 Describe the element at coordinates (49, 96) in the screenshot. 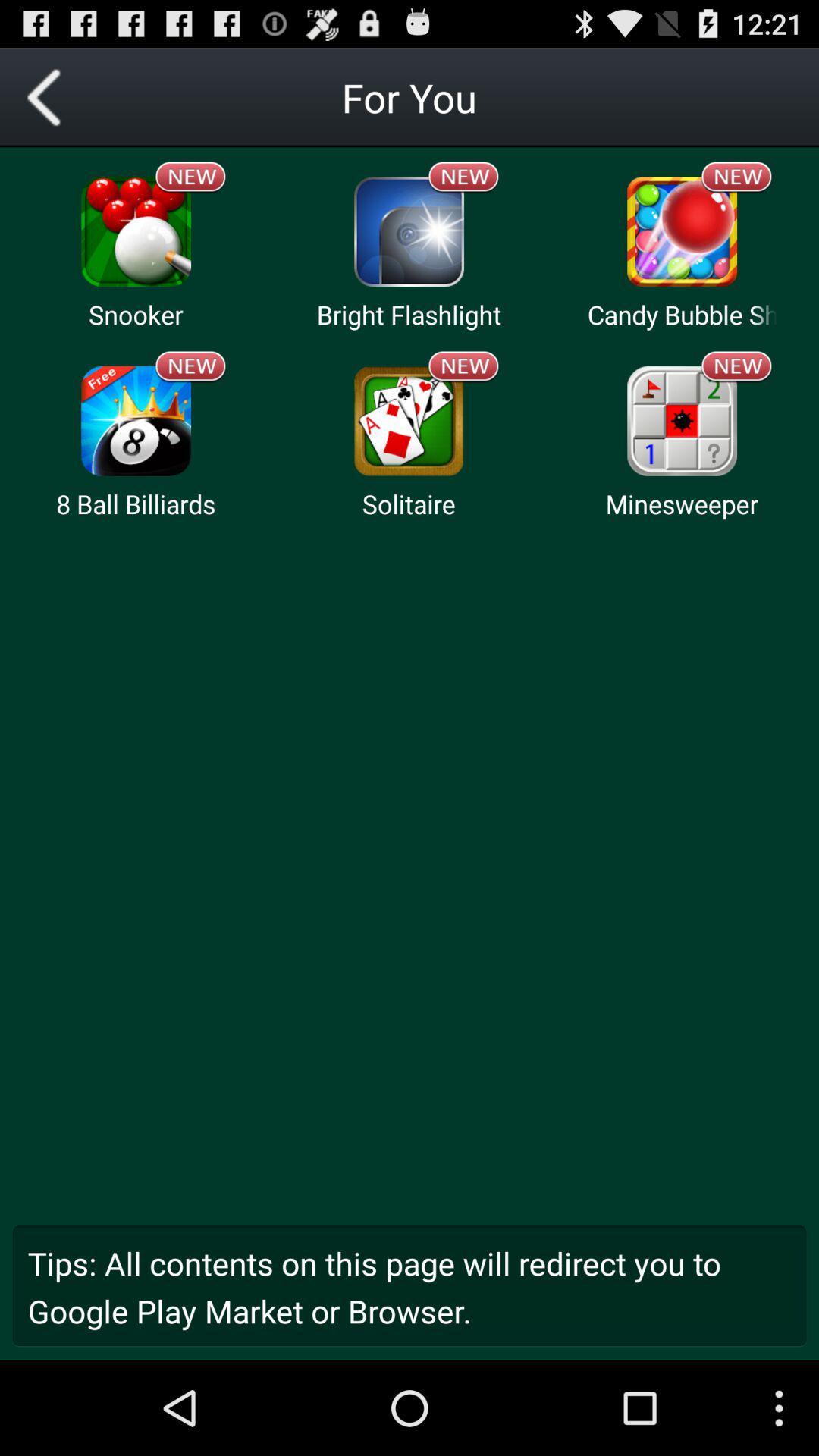

I see `previous` at that location.